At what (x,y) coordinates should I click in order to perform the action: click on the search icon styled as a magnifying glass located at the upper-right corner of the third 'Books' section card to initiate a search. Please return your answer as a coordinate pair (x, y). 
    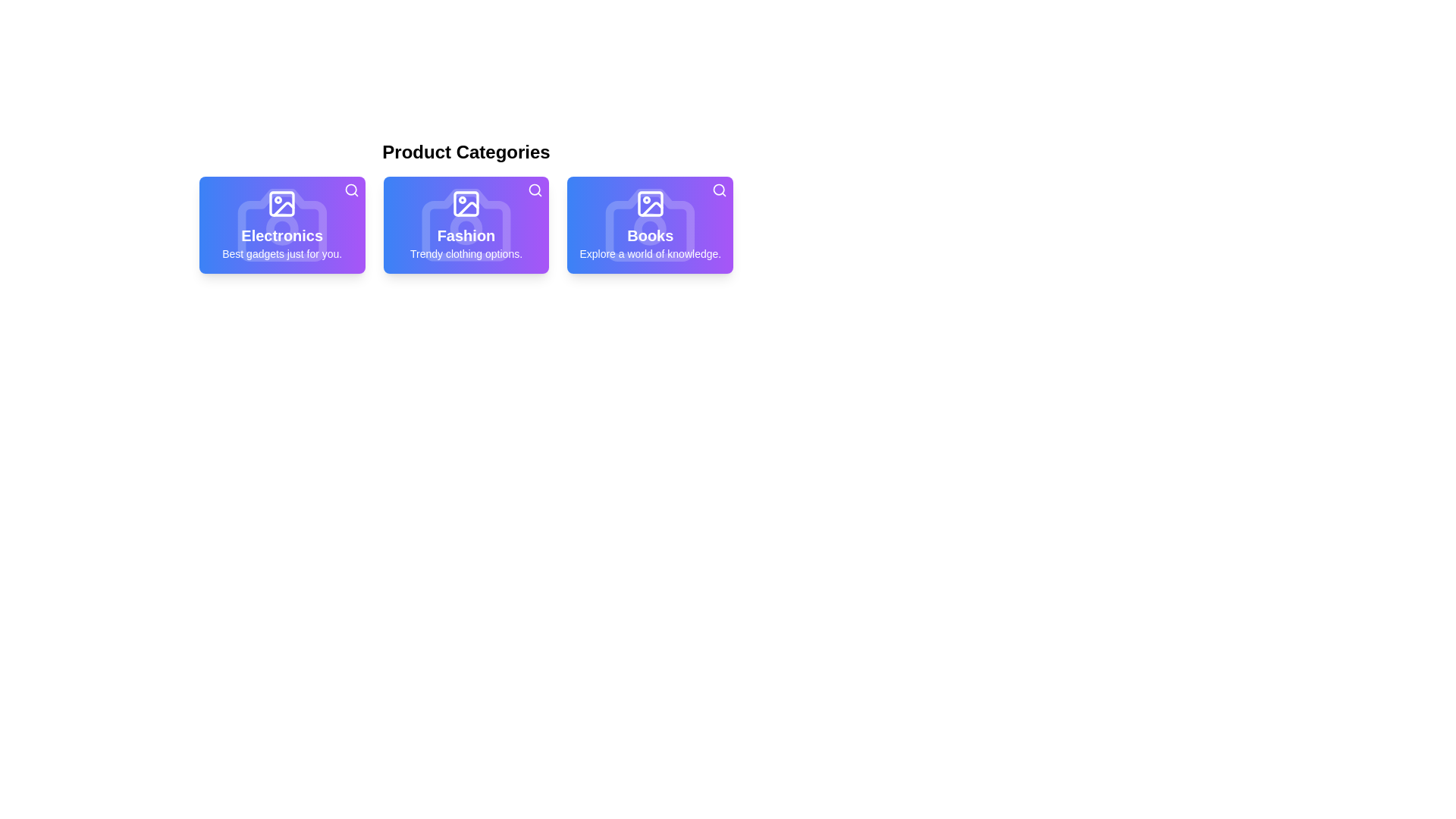
    Looking at the image, I should click on (719, 189).